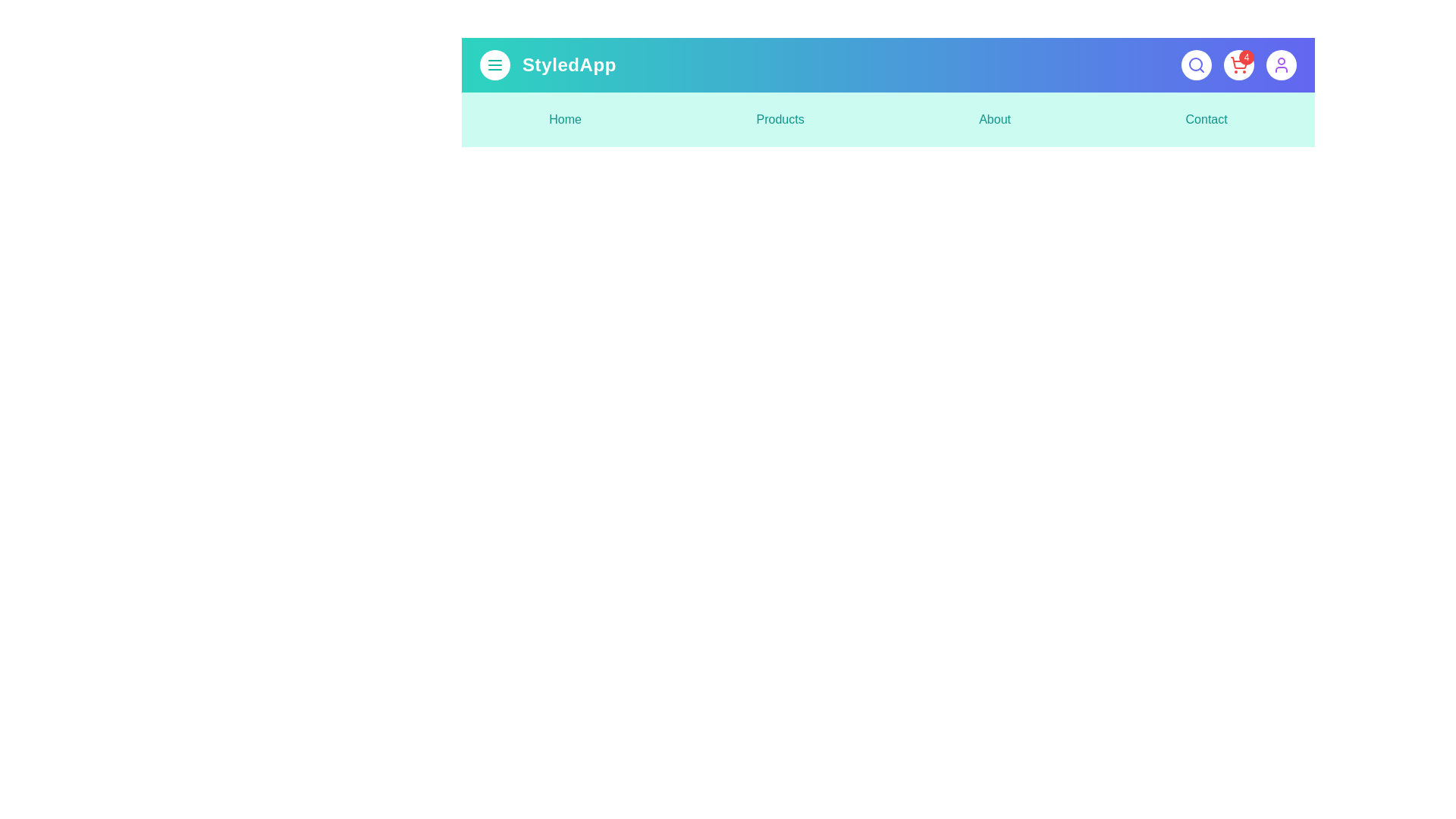 Image resolution: width=1456 pixels, height=819 pixels. I want to click on the hamburger icon to toggle the menu visibility, so click(494, 64).